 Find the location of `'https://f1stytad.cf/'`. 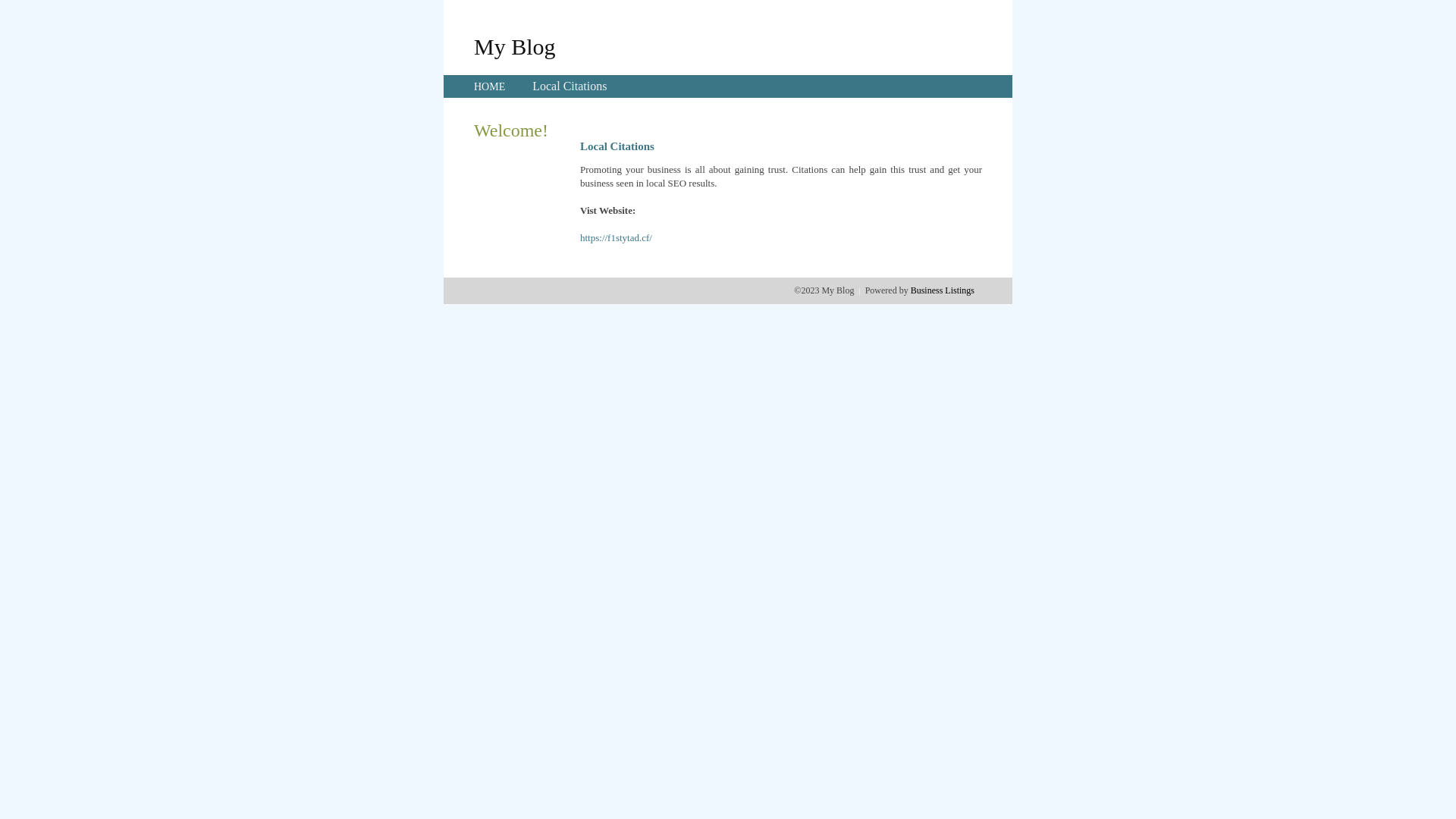

'https://f1stytad.cf/' is located at coordinates (616, 237).